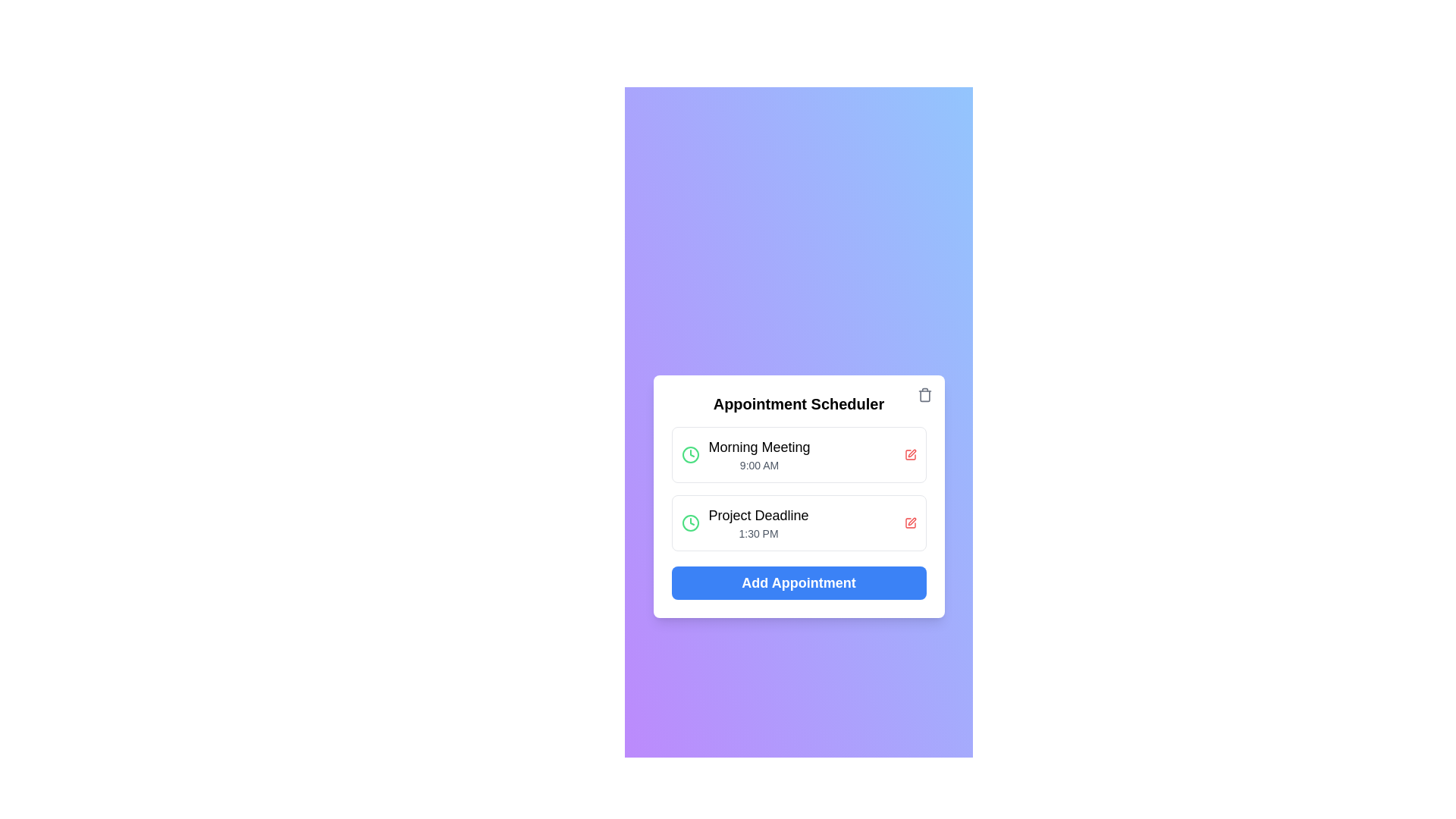 Image resolution: width=1456 pixels, height=819 pixels. What do you see at coordinates (758, 522) in the screenshot?
I see `the 'Project Deadline' text display, which contains two lines of text: 'Project Deadline' in bold and '1:30 PM' in lighter text, located in the 'Appointment Scheduler' panel` at bounding box center [758, 522].